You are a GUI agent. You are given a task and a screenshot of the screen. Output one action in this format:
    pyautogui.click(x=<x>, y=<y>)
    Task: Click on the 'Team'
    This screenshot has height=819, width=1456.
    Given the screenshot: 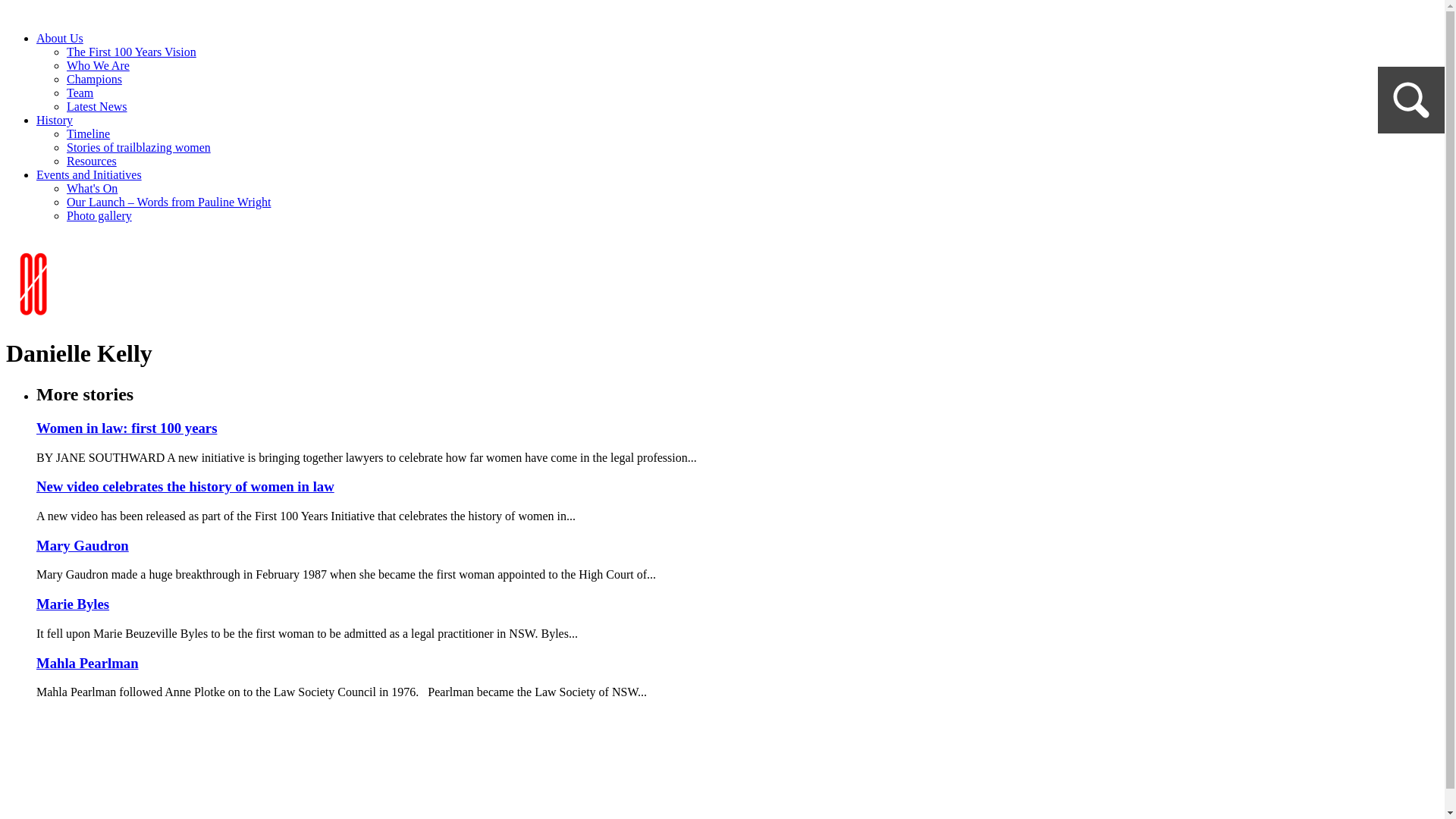 What is the action you would take?
    pyautogui.click(x=79, y=93)
    